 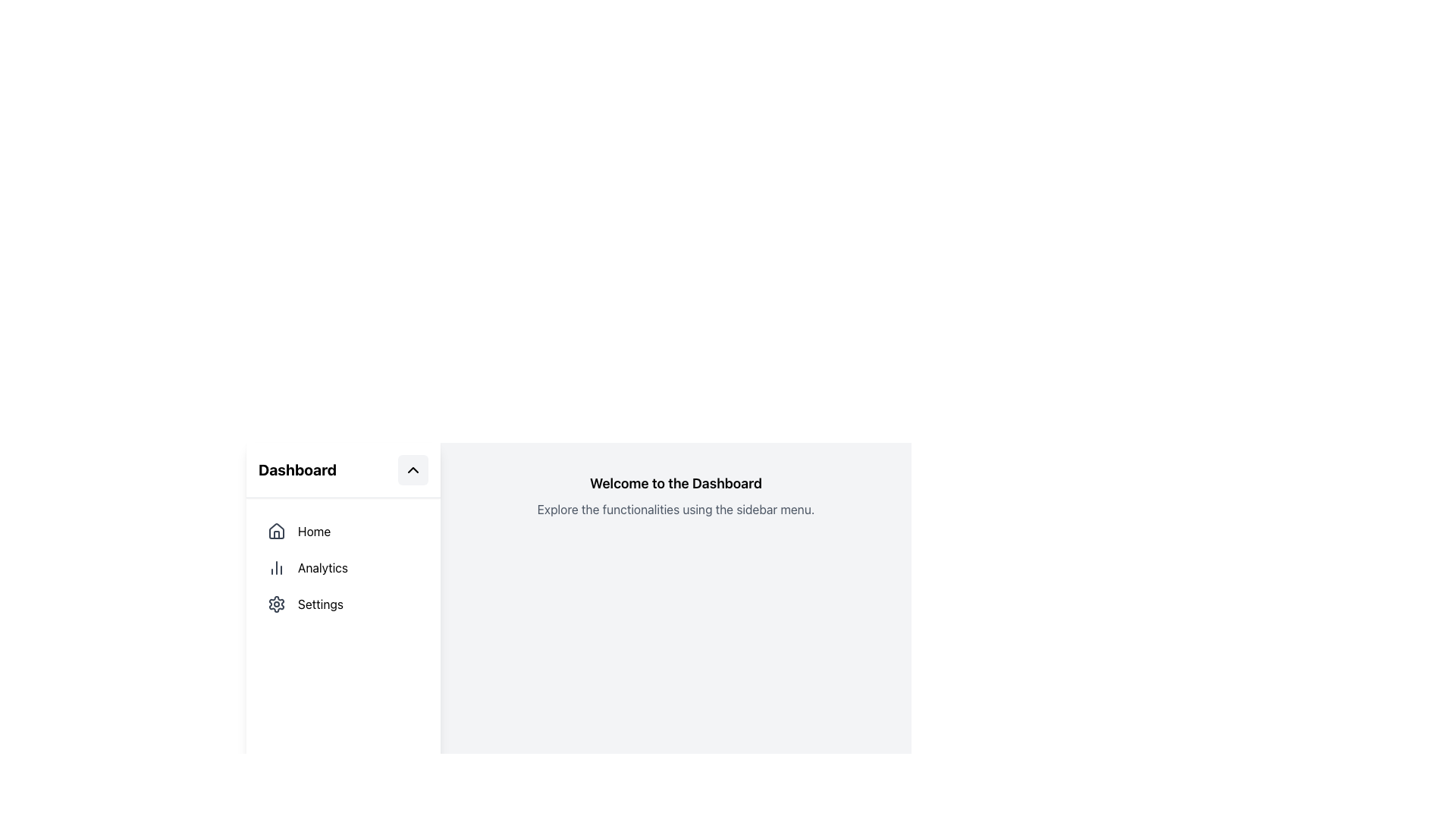 What do you see at coordinates (276, 529) in the screenshot?
I see `the house icon graphic in the left sidebar under the 'Dashboard' title` at bounding box center [276, 529].